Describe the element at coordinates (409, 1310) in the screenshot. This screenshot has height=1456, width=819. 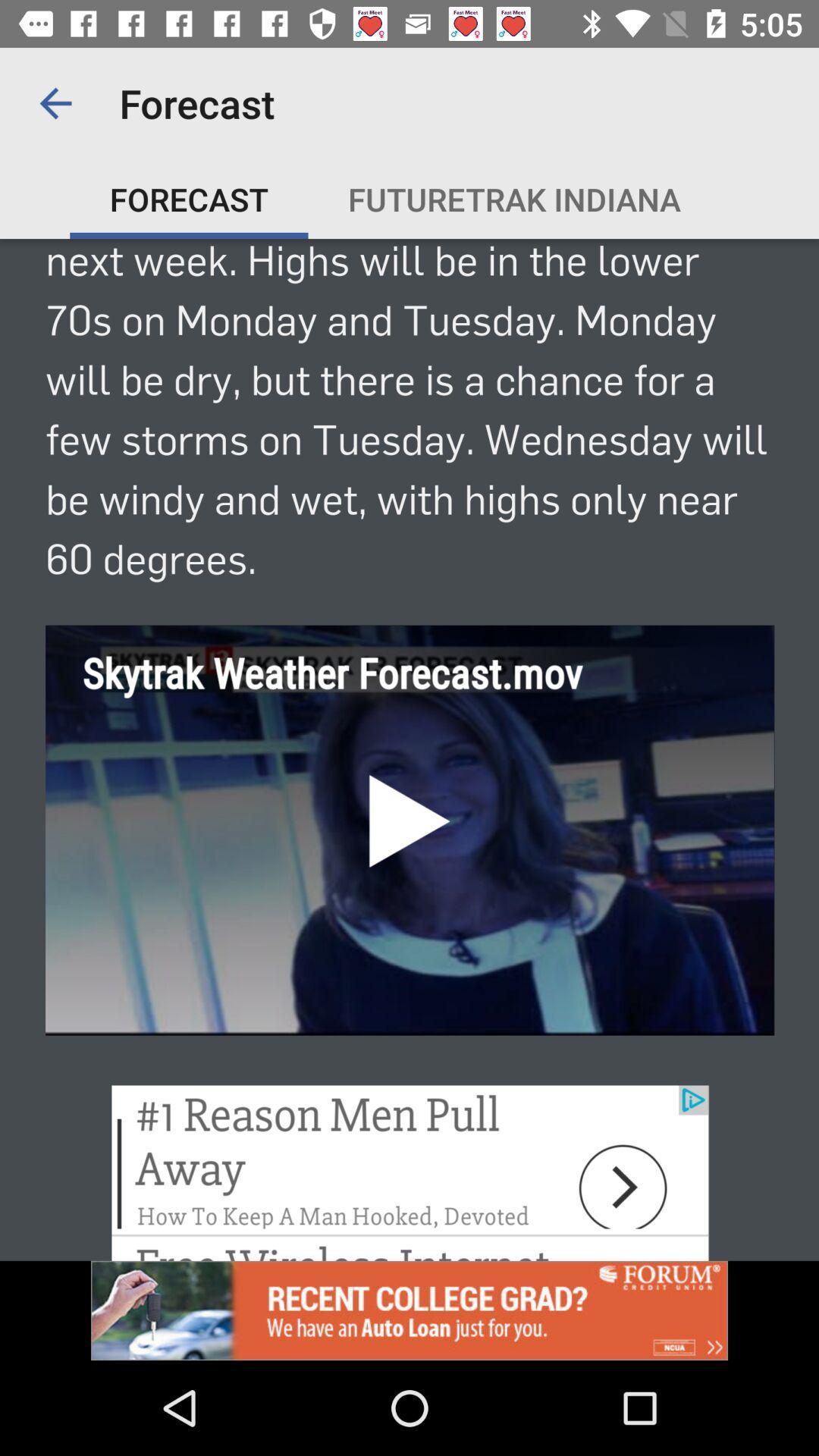
I see `advertisement` at that location.